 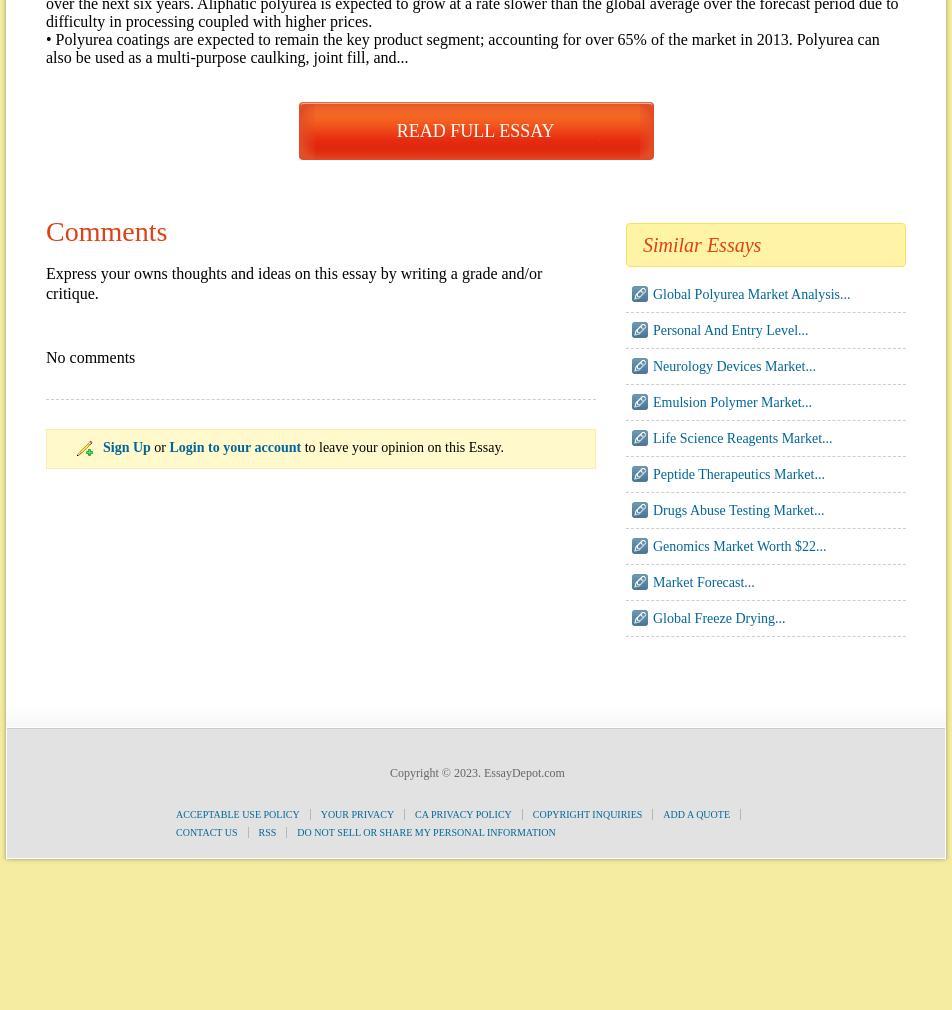 What do you see at coordinates (739, 545) in the screenshot?
I see `'Genomics Market Worth $22...'` at bounding box center [739, 545].